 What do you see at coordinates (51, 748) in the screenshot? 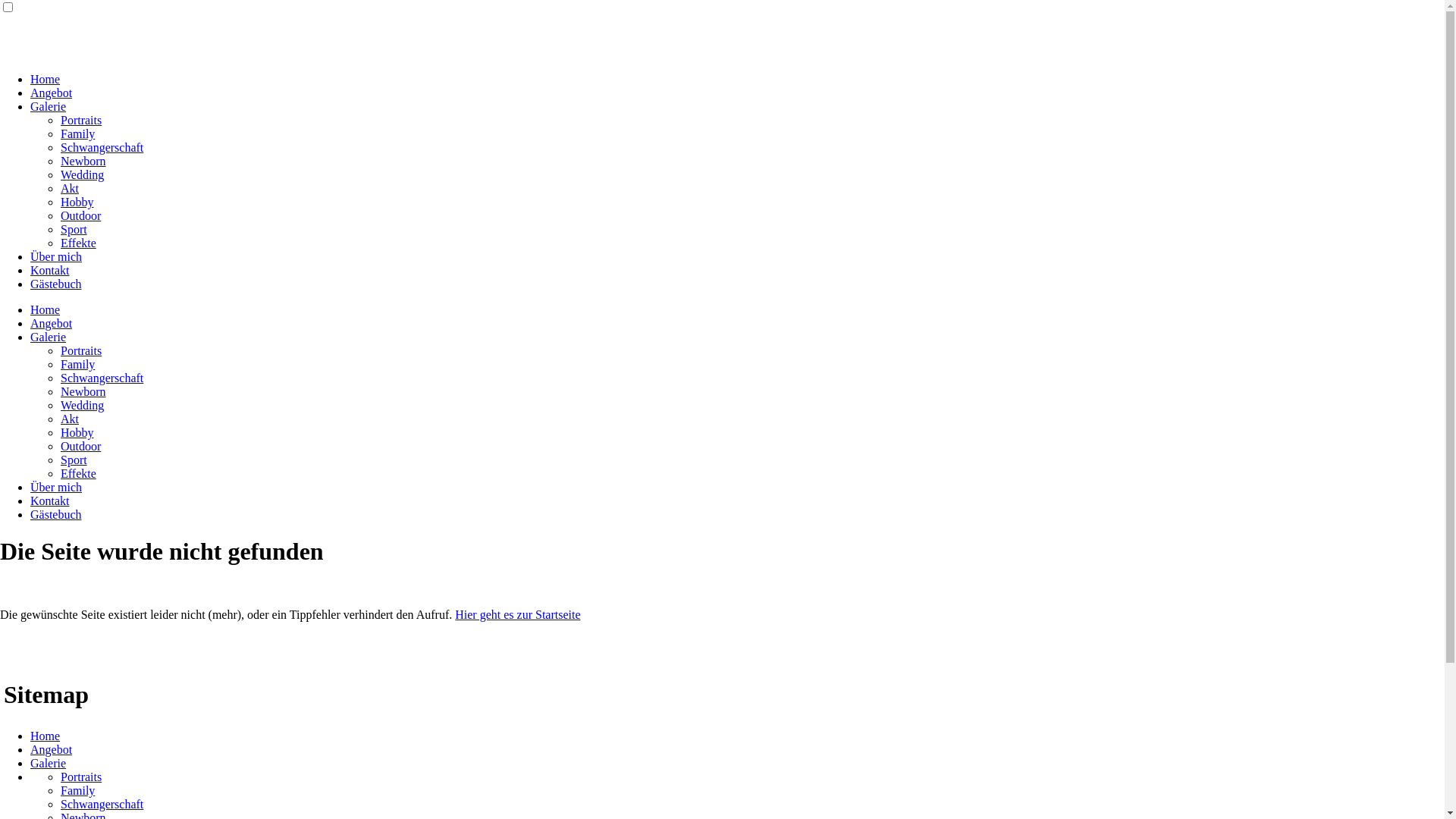
I see `'Angebot'` at bounding box center [51, 748].